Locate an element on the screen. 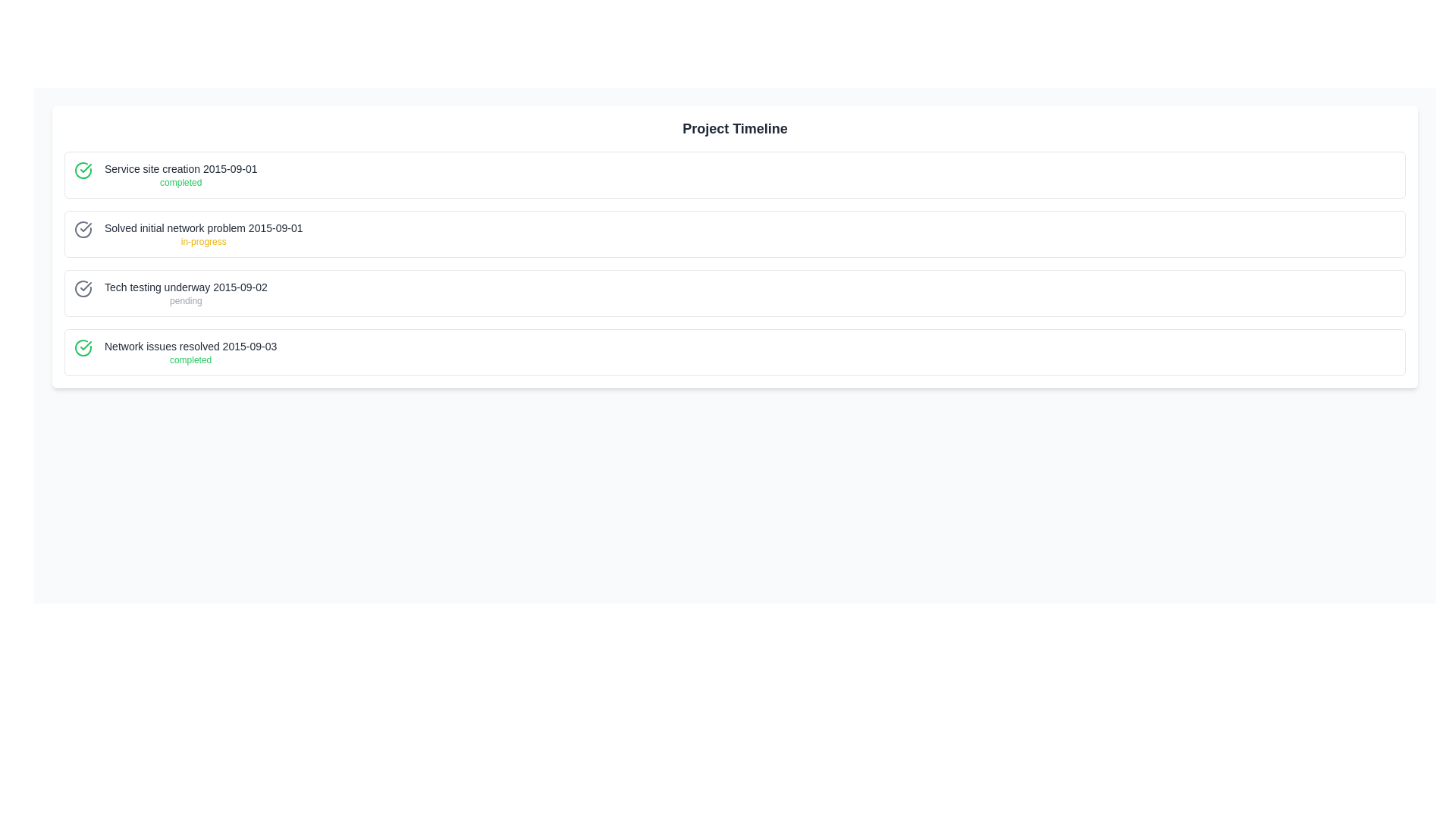  the completed task list item located as the fourth item in the vertical timeline entries, positioned at the bottom of the list is located at coordinates (735, 353).